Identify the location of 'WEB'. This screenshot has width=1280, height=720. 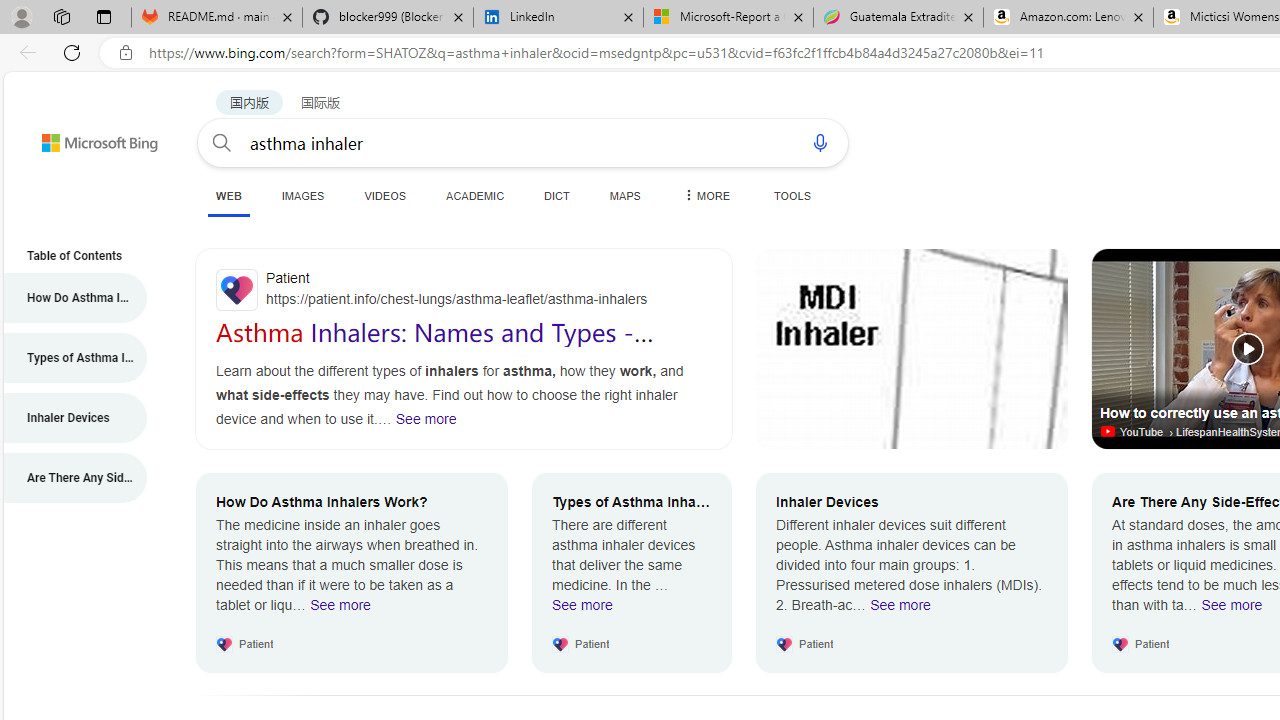
(228, 195).